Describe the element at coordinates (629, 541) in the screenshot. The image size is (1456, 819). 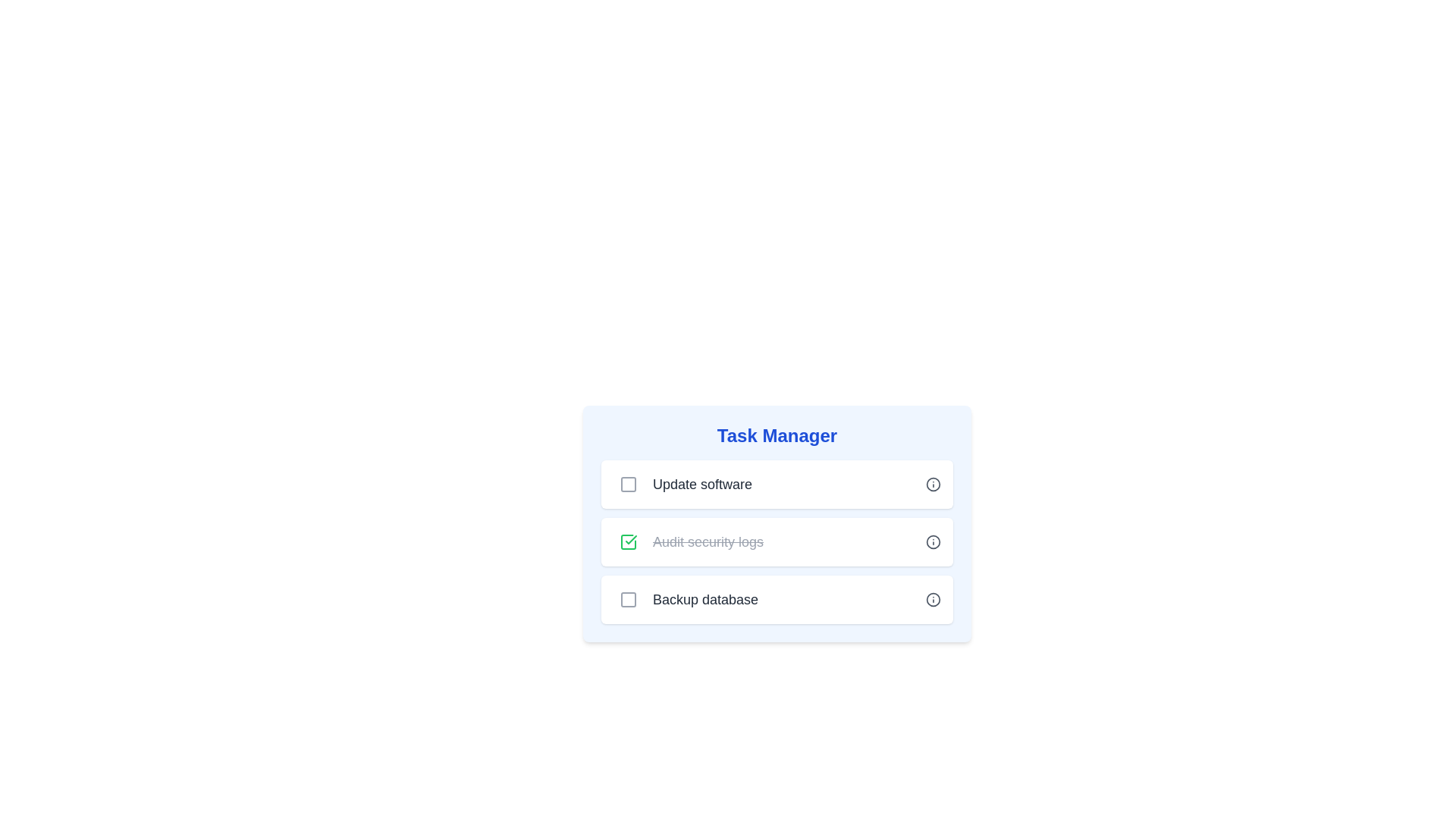
I see `the Checkbox with a green checkmark indicating the task 'Audit security logs' is selected, located in the middle row of the 'Task Manager' section` at that location.